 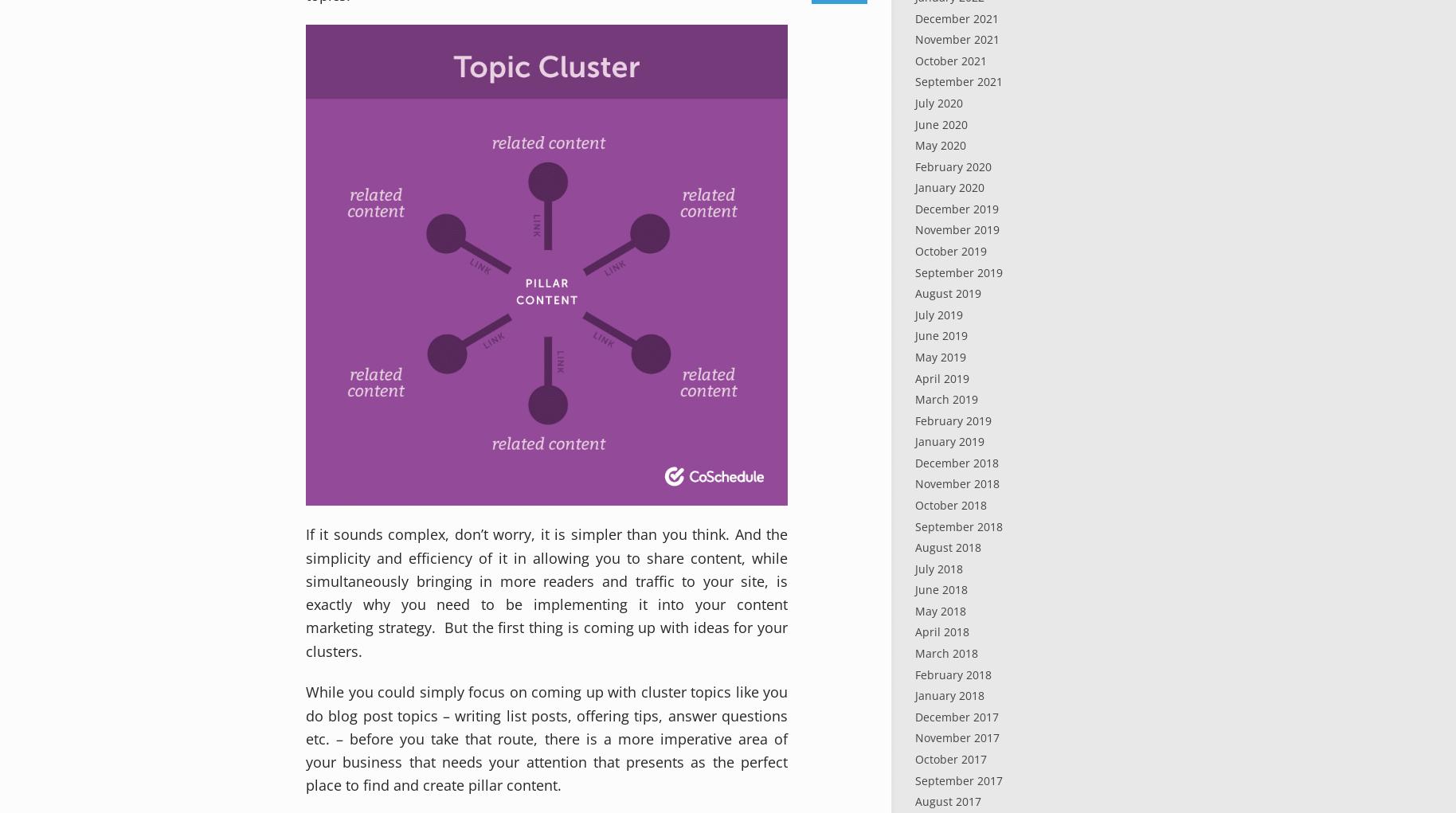 What do you see at coordinates (950, 60) in the screenshot?
I see `'October 2021'` at bounding box center [950, 60].